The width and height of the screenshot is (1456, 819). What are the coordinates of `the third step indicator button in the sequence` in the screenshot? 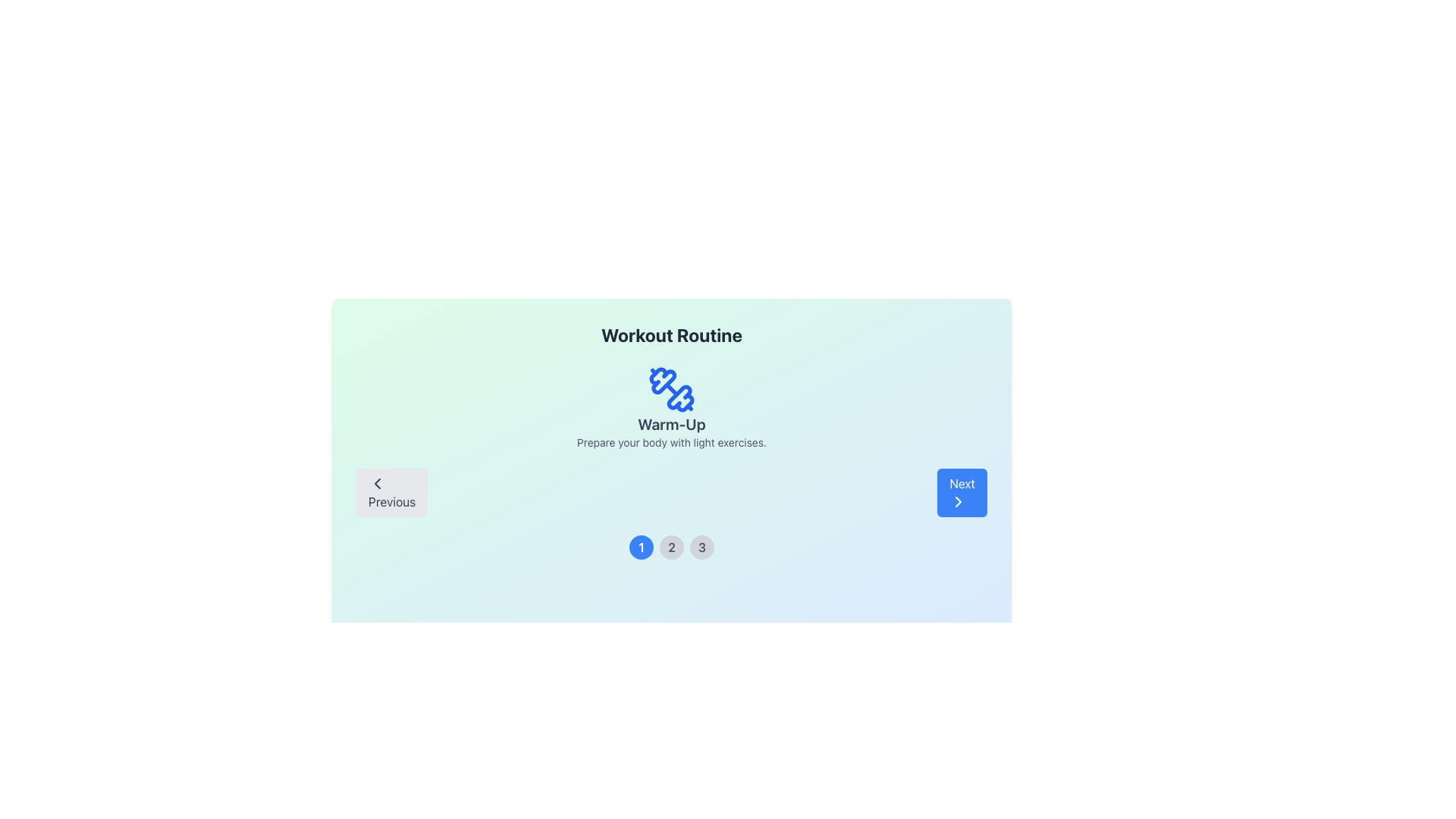 It's located at (701, 547).